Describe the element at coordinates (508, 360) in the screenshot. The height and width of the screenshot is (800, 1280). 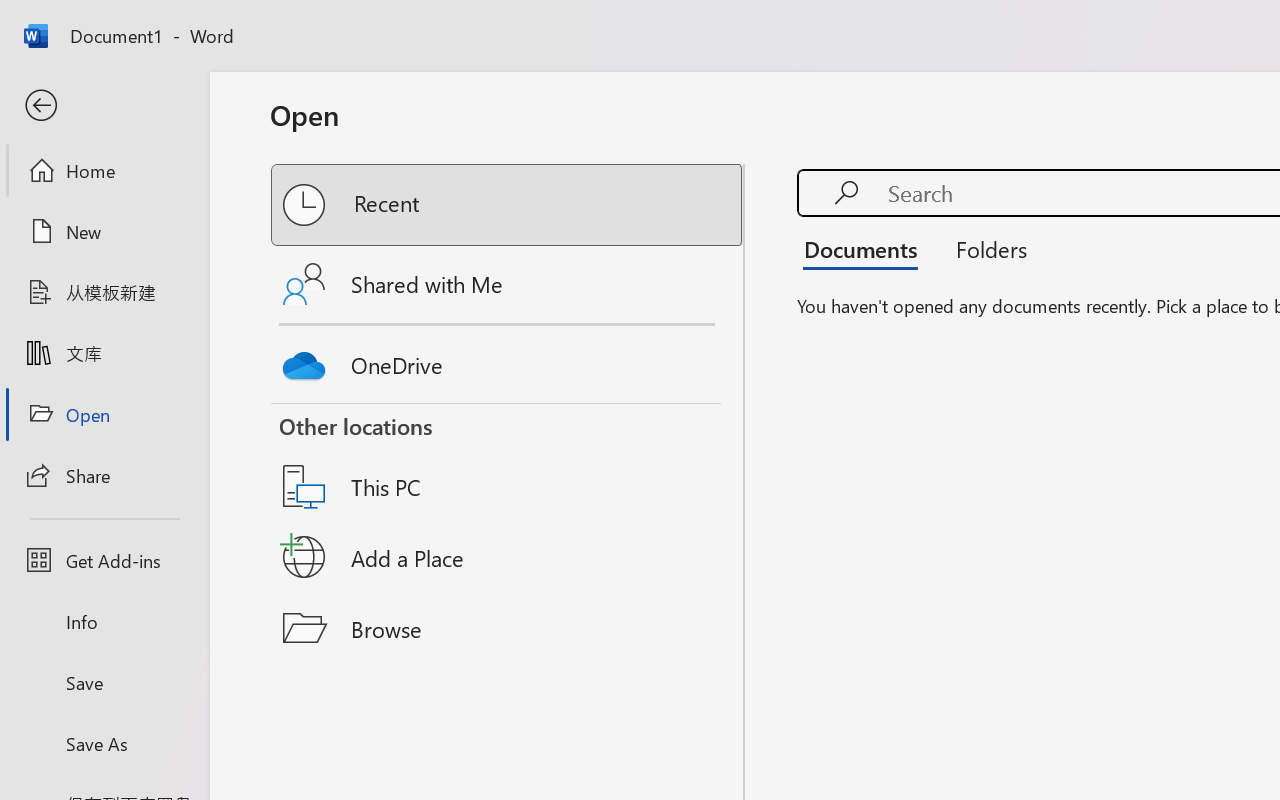
I see `'OneDrive'` at that location.